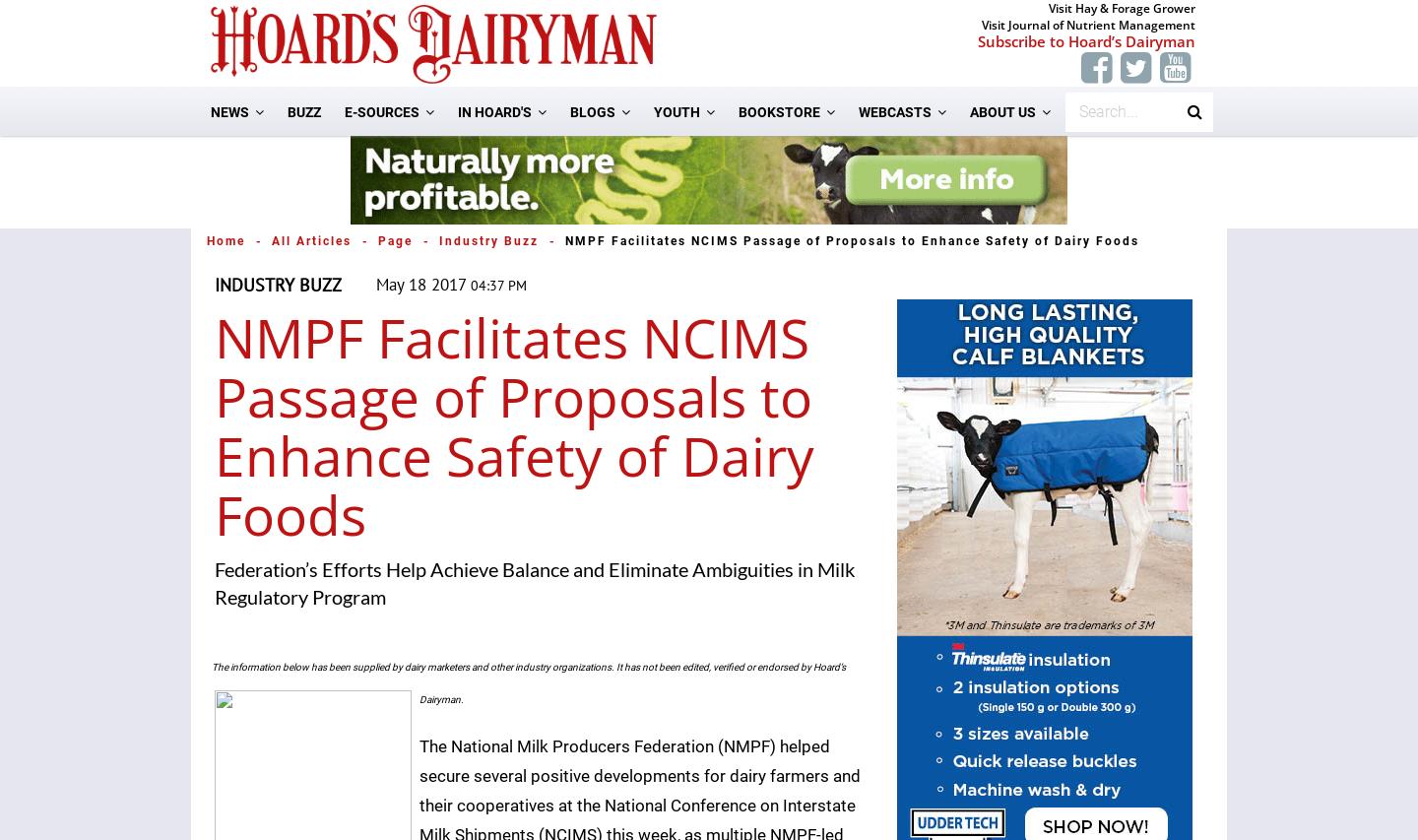 The image size is (1418, 840). Describe the element at coordinates (730, 342) in the screenshot. I see `'4-Year Colleges'` at that location.